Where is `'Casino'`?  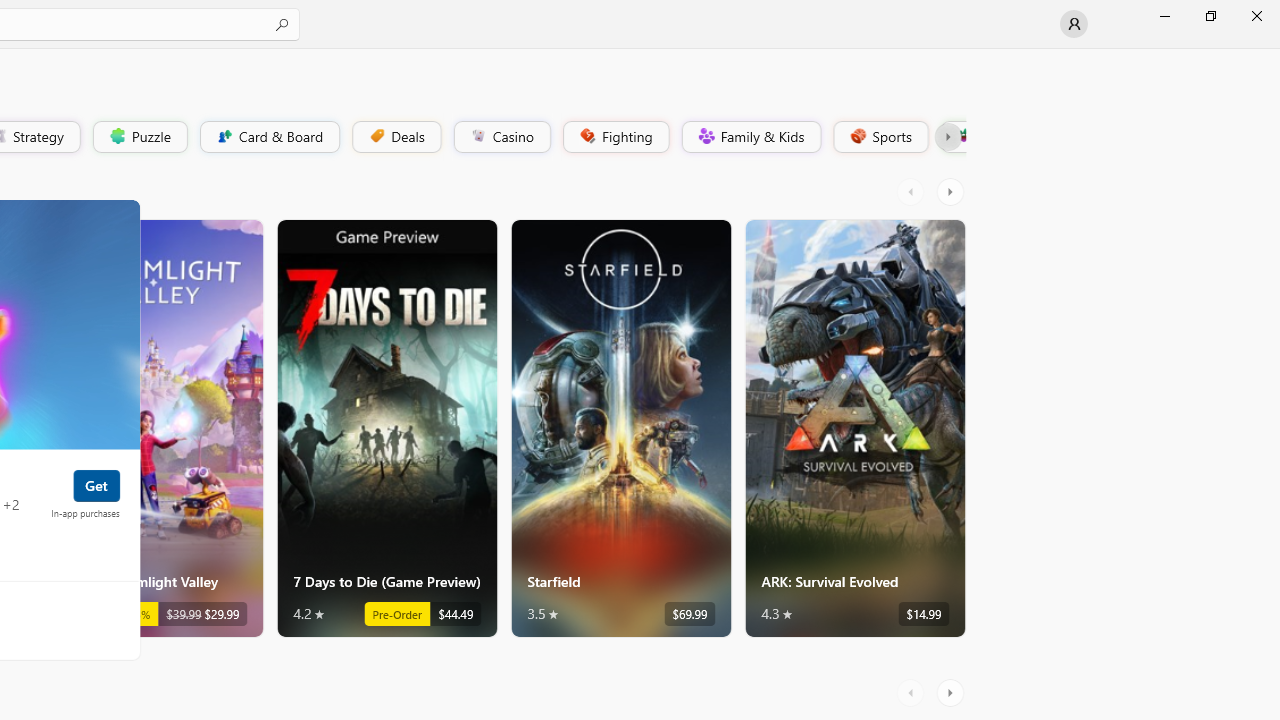 'Casino' is located at coordinates (501, 135).